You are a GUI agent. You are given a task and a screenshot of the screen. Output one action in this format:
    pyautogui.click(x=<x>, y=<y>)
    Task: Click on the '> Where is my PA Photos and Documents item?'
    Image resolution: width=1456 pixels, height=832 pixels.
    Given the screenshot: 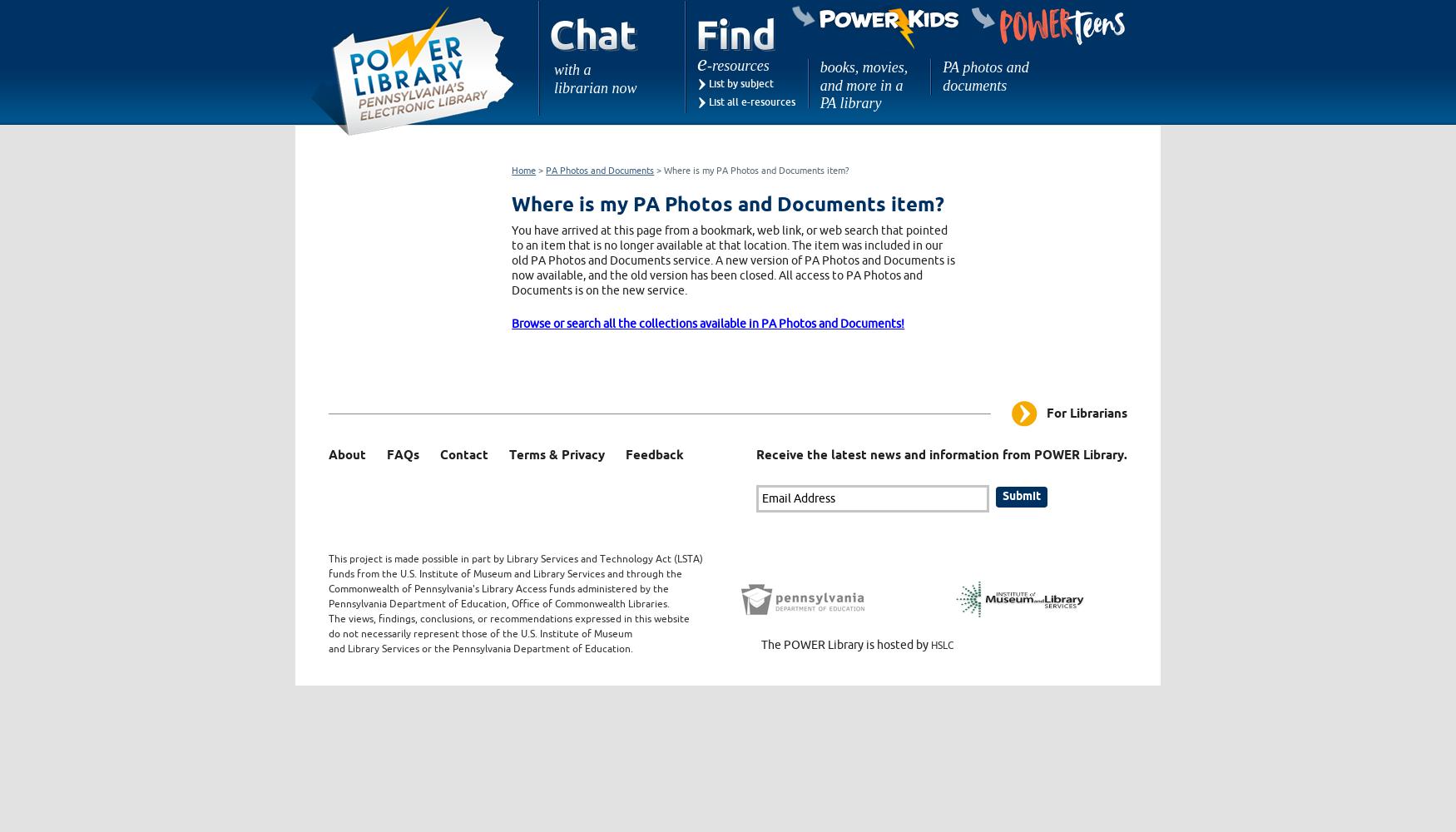 What is the action you would take?
    pyautogui.click(x=750, y=169)
    